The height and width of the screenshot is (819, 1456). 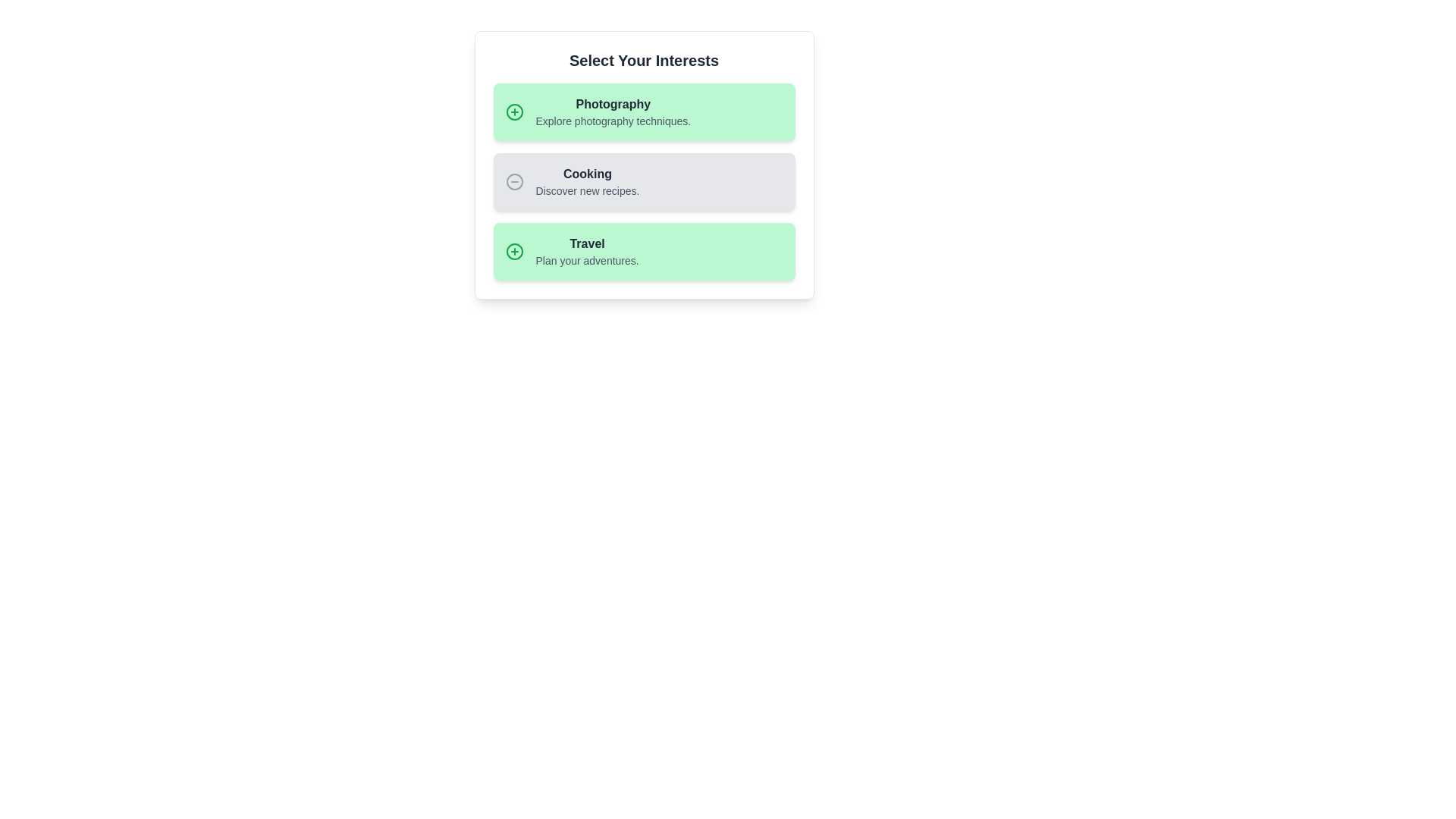 I want to click on the header 'Select Your Interests' to trigger additional context, so click(x=644, y=60).